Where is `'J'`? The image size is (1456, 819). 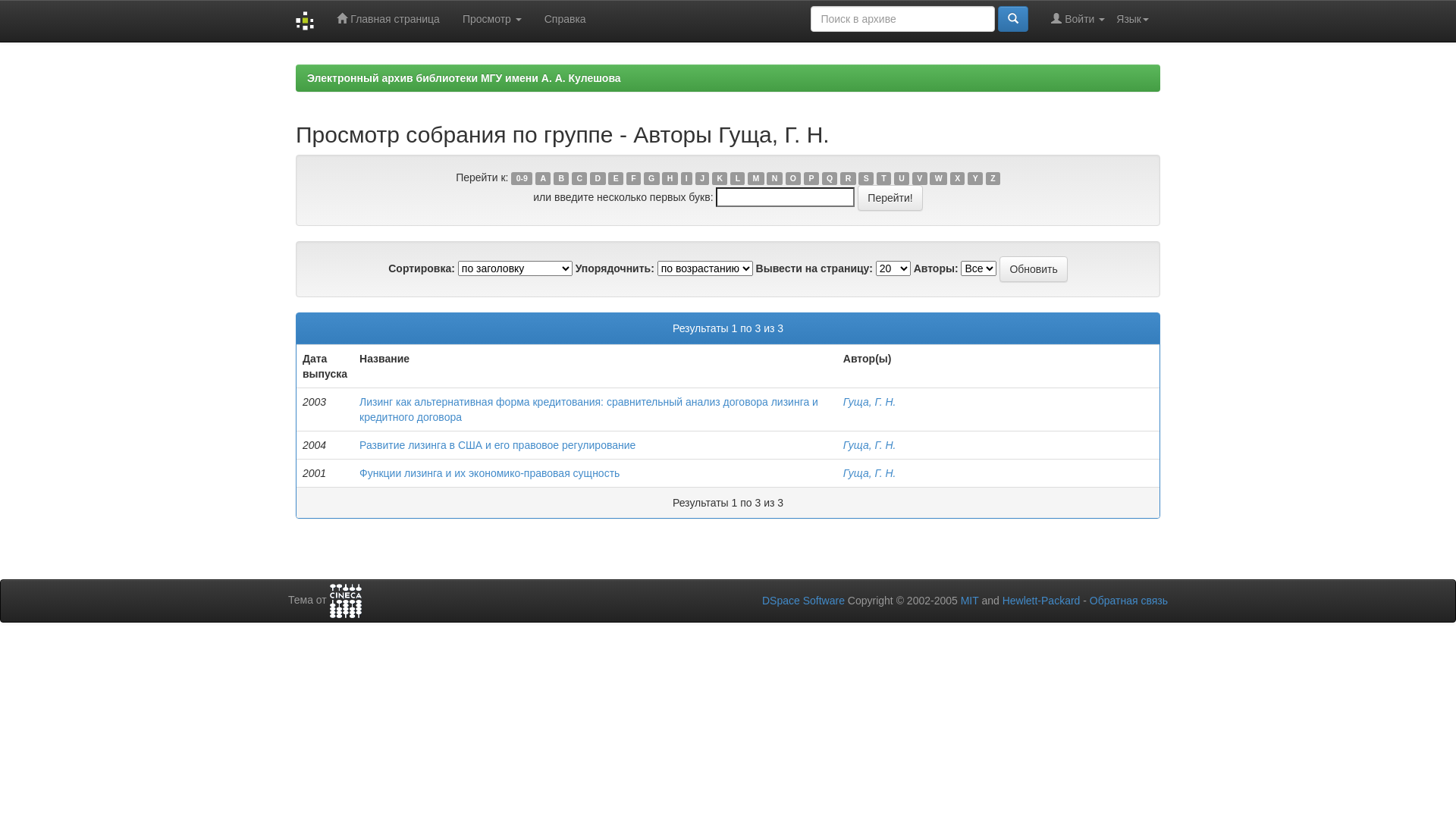 'J' is located at coordinates (701, 177).